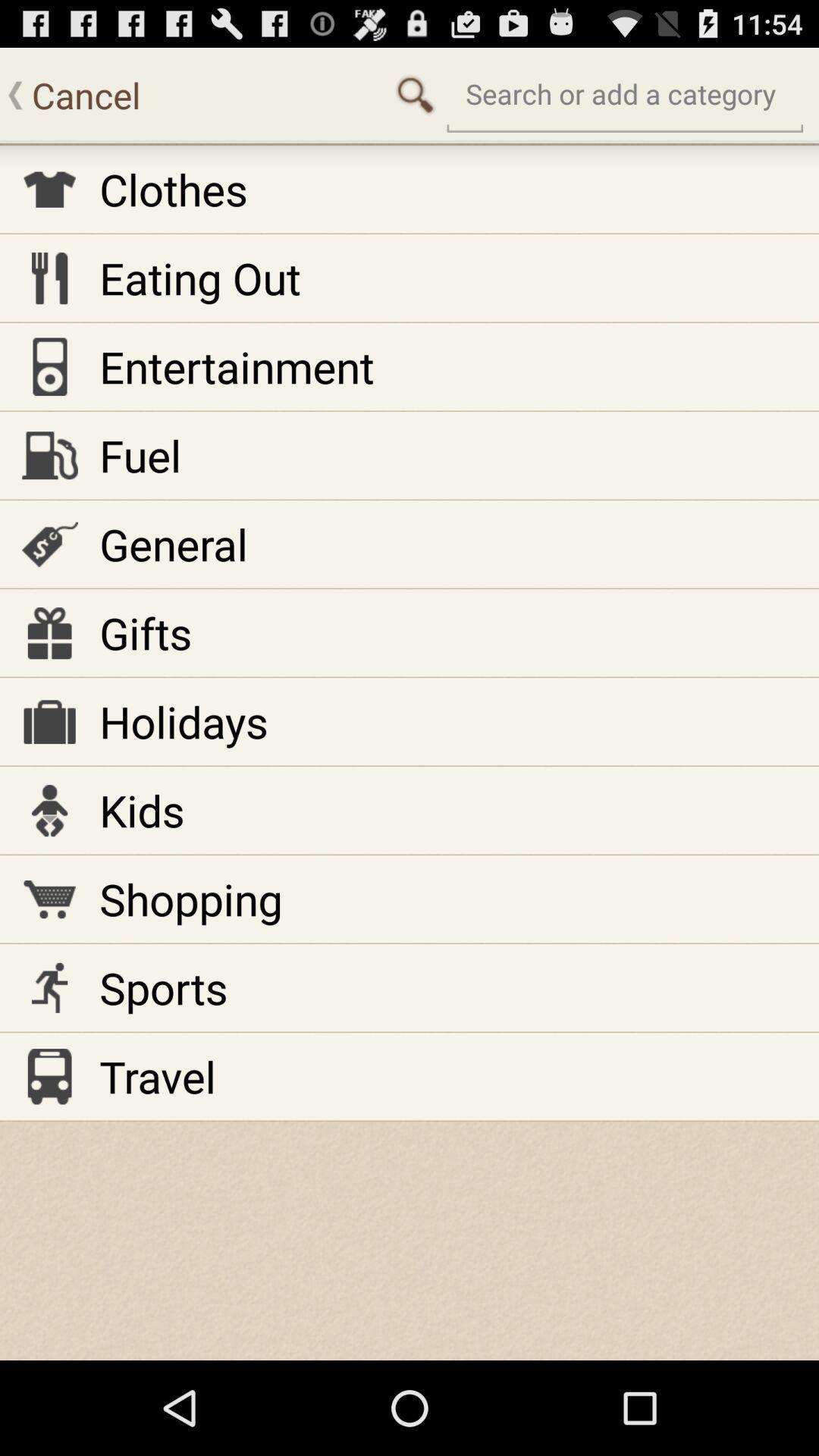  What do you see at coordinates (237, 366) in the screenshot?
I see `the entertainment icon` at bounding box center [237, 366].